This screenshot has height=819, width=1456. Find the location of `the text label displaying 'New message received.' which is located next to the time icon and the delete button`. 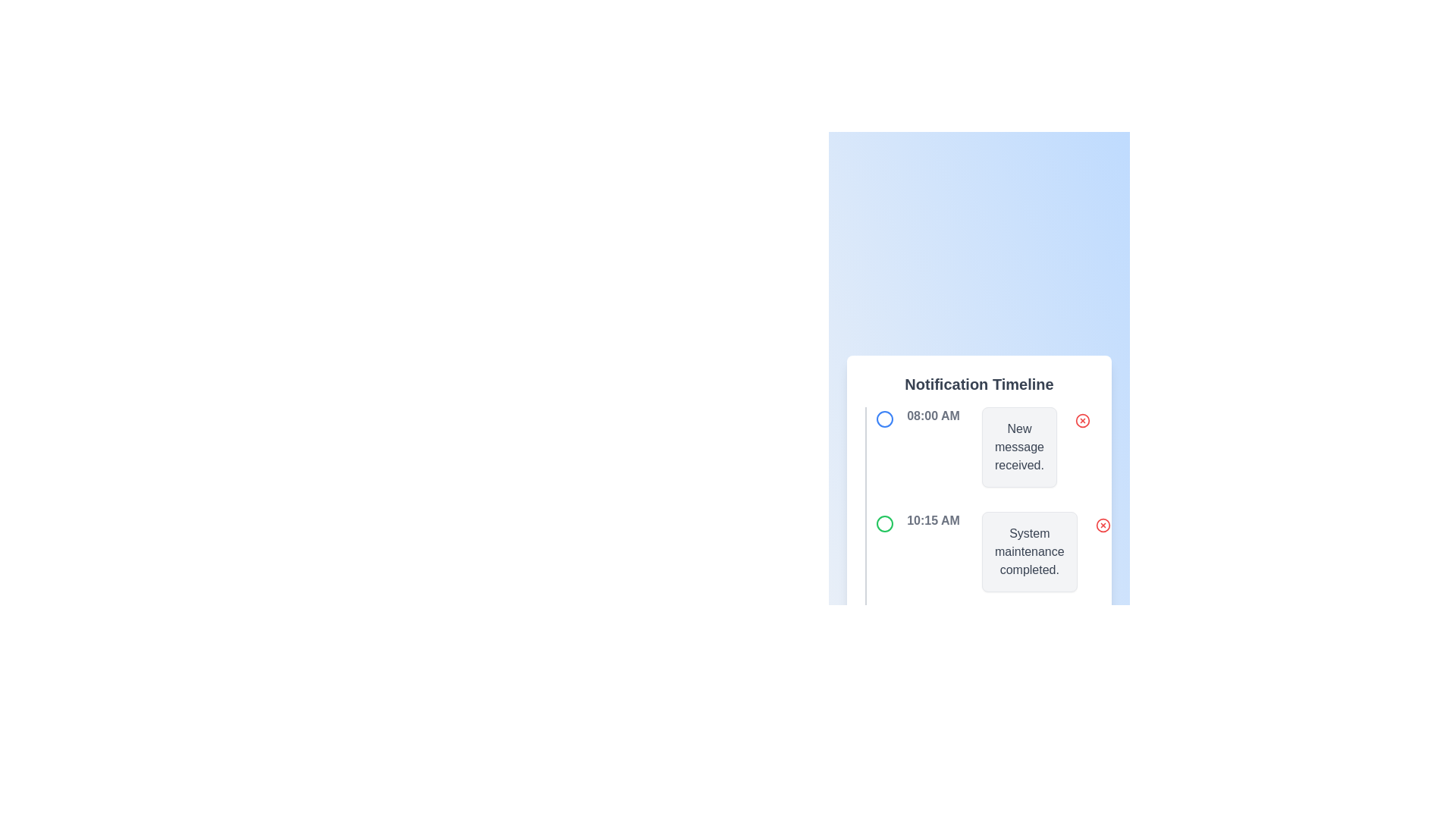

the text label displaying 'New message received.' which is located next to the time icon and the delete button is located at coordinates (1019, 447).